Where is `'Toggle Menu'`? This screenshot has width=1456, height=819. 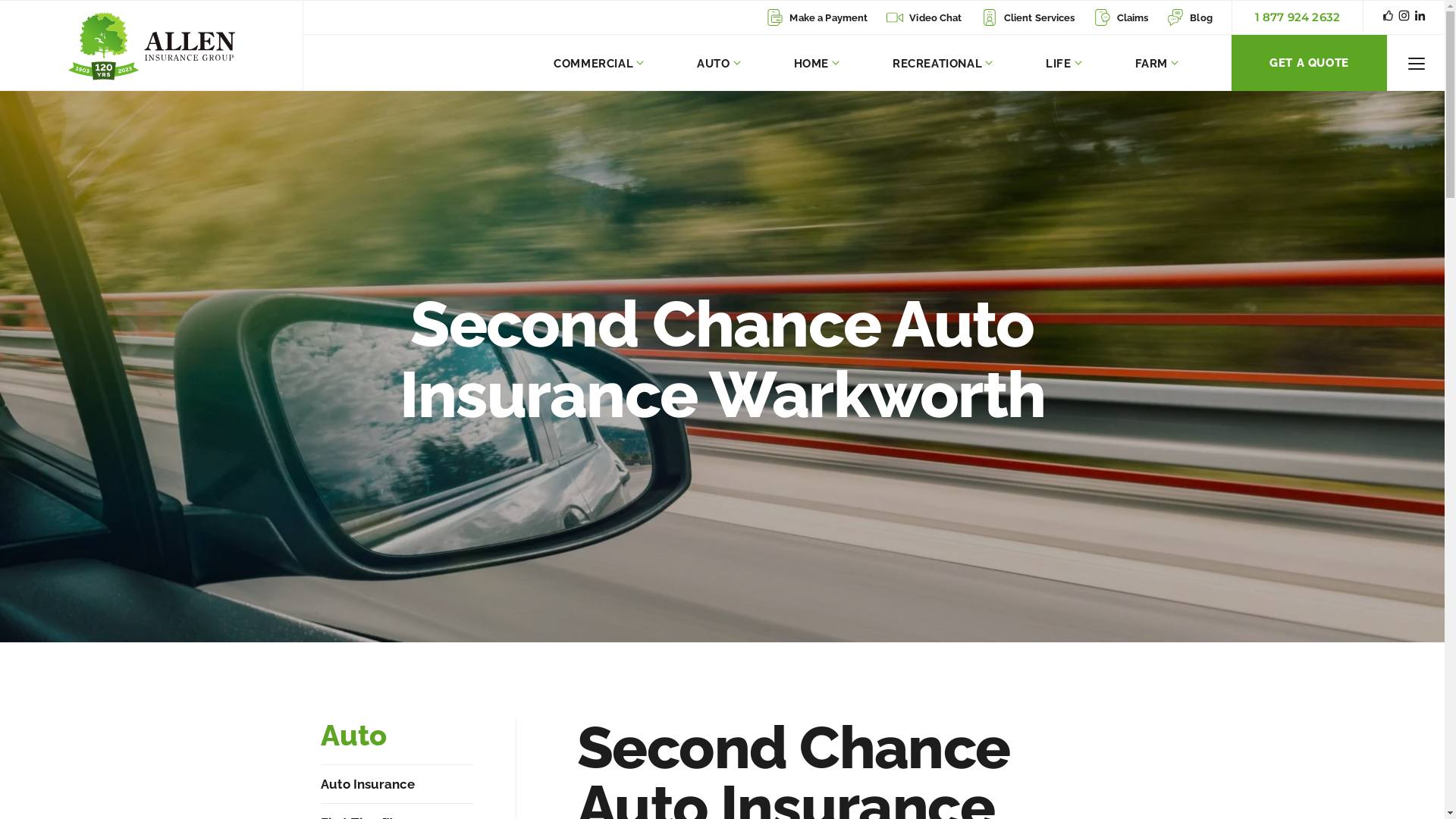 'Toggle Menu' is located at coordinates (1415, 62).